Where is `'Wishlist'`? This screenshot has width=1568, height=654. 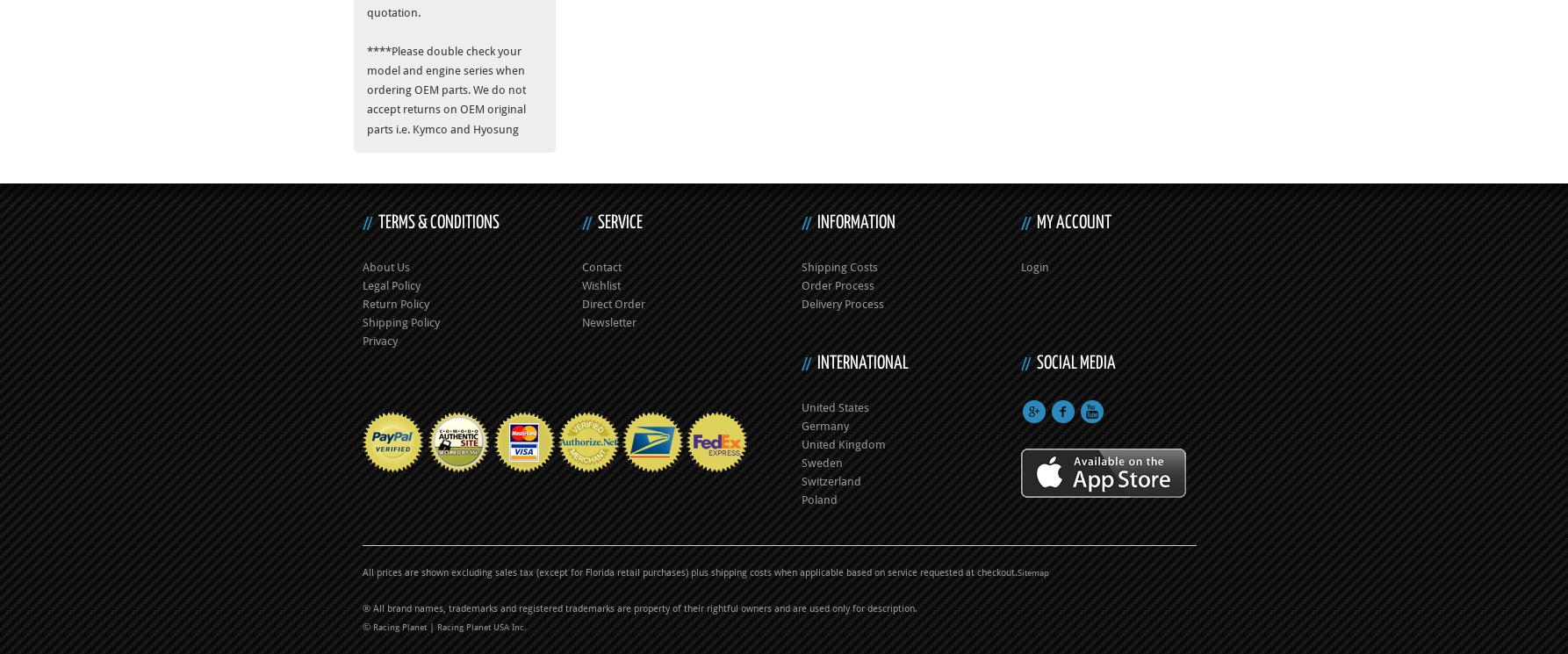
'Wishlist' is located at coordinates (601, 284).